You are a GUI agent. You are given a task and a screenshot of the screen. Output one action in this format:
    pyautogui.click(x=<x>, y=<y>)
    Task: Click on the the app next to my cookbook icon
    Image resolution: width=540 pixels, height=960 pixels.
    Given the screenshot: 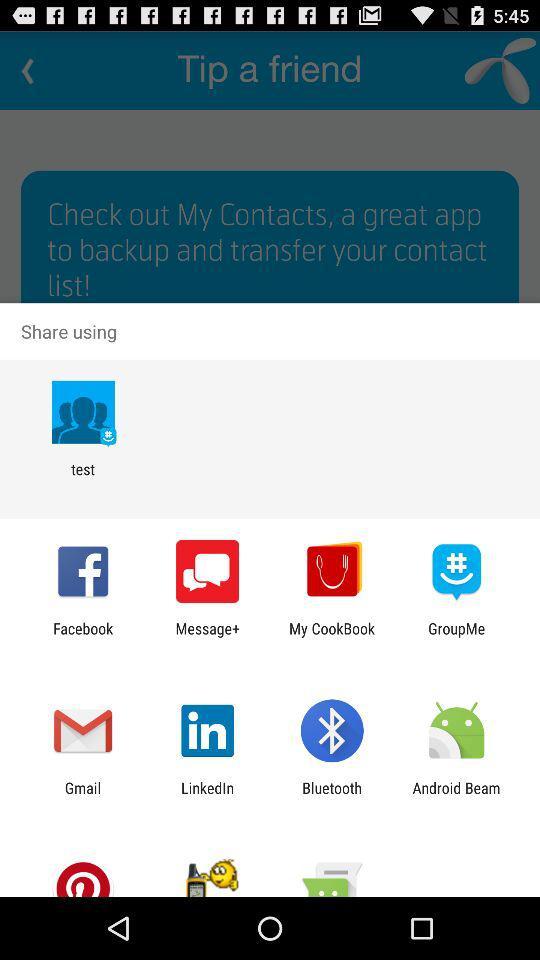 What is the action you would take?
    pyautogui.click(x=206, y=636)
    